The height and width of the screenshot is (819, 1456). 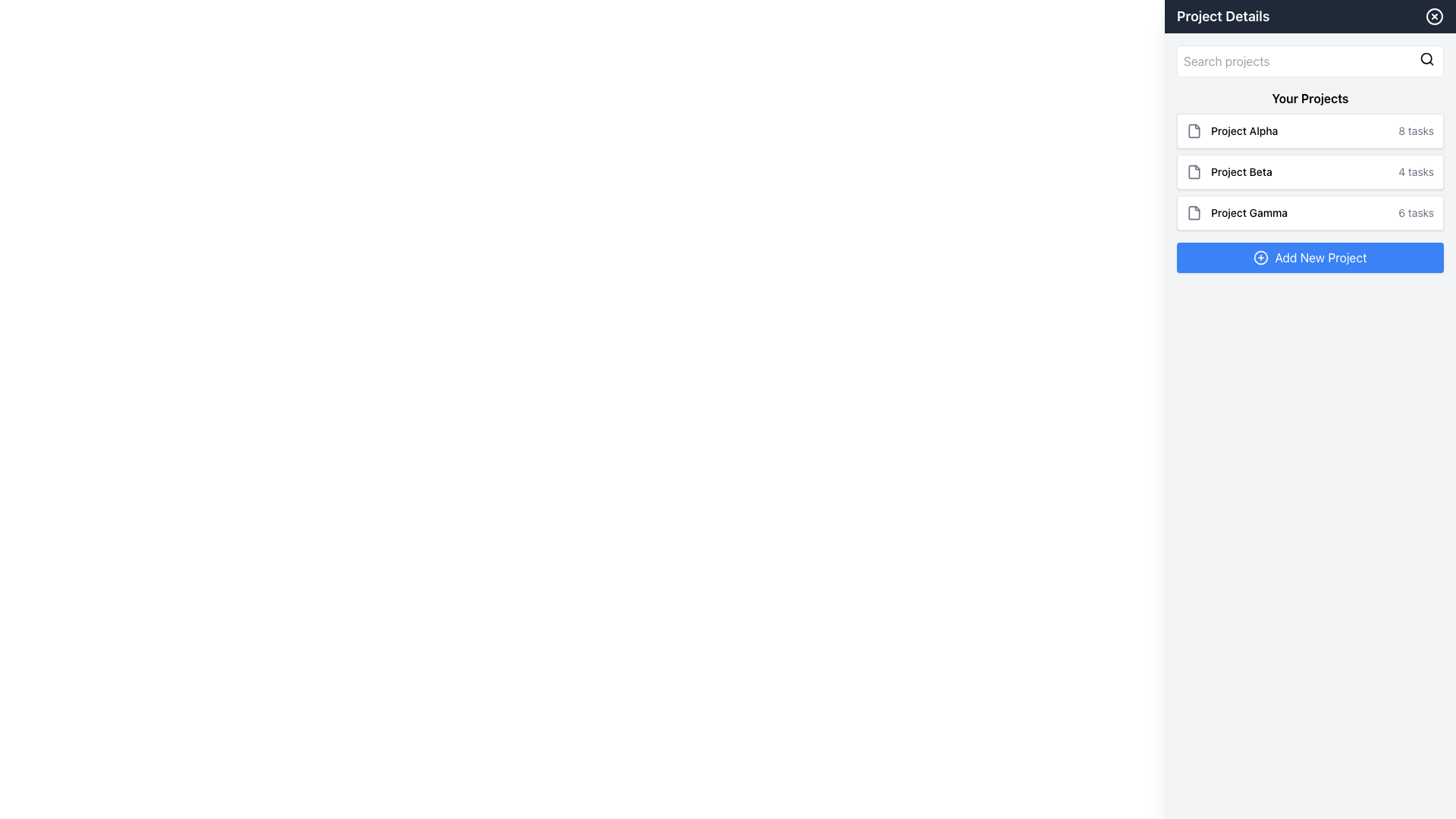 I want to click on the text label displaying '8 tasks' located on the right side of the 'Project Alpha' entry in the project list, so click(x=1415, y=130).